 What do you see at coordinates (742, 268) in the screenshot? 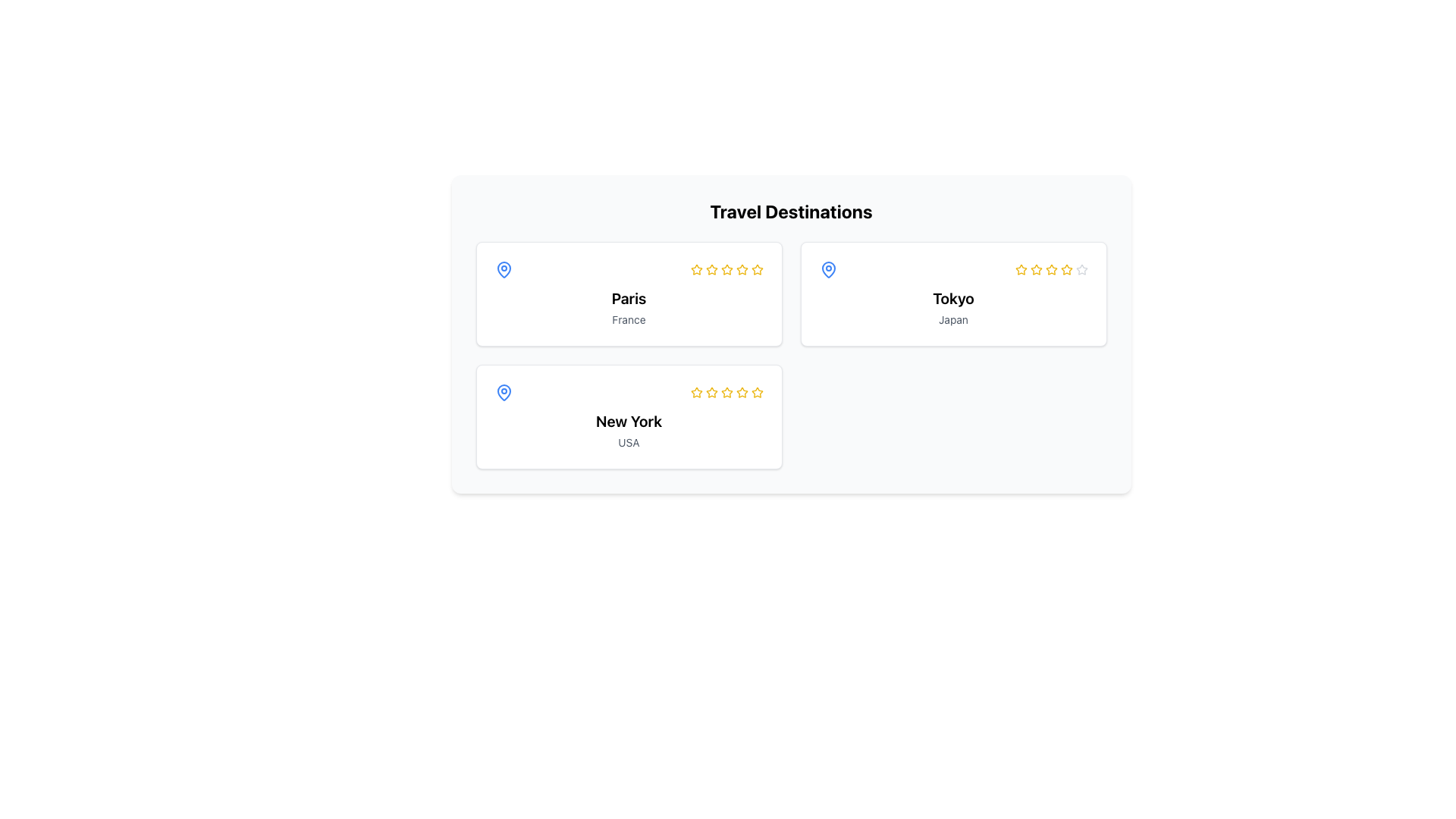
I see `the fifth star icon in the rating system for the 'Paris, France' card under the 'Travel Destinations' heading` at bounding box center [742, 268].